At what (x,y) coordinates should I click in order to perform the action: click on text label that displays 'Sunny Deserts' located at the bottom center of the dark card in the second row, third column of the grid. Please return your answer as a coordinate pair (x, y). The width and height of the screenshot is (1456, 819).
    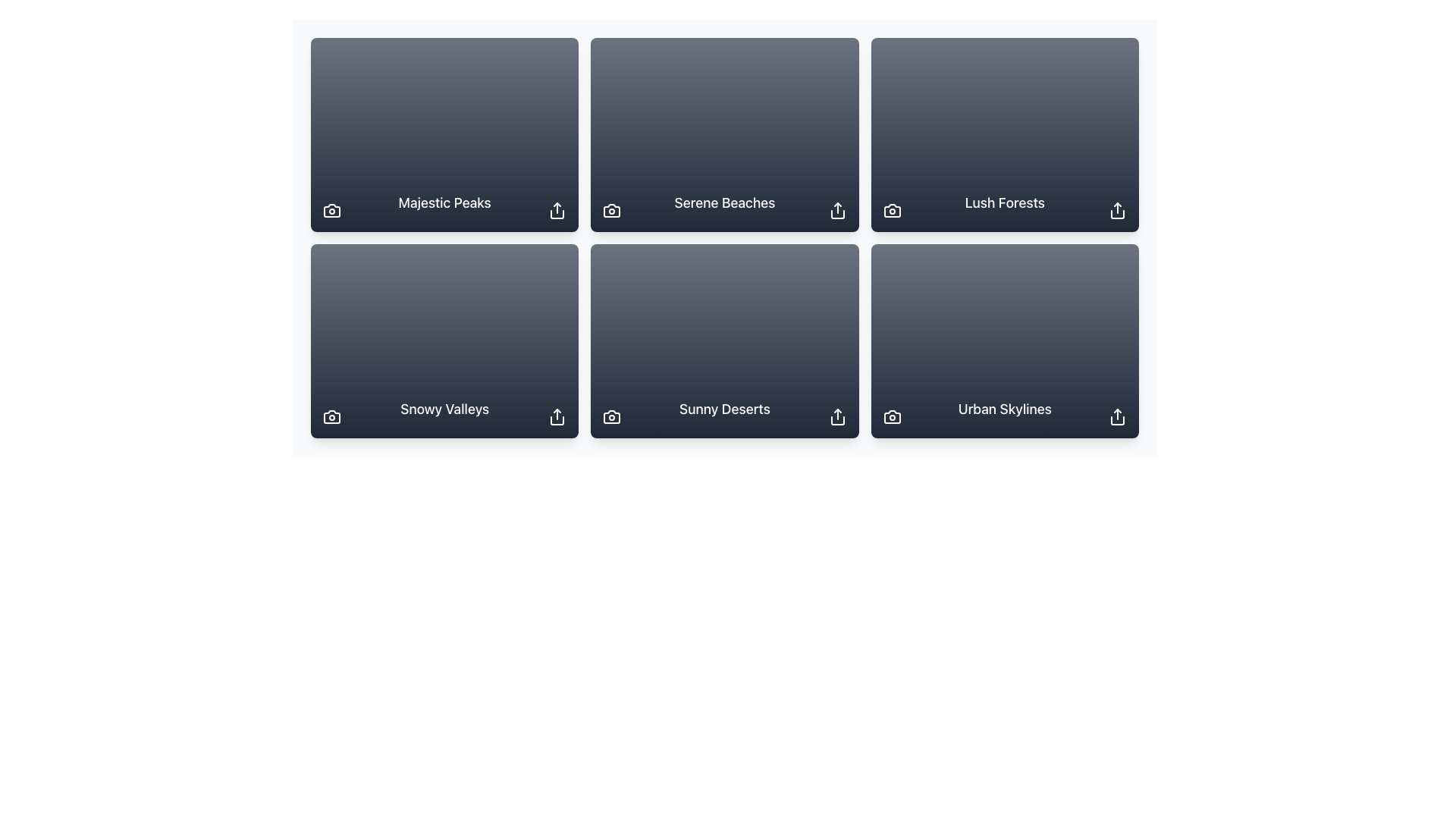
    Looking at the image, I should click on (723, 409).